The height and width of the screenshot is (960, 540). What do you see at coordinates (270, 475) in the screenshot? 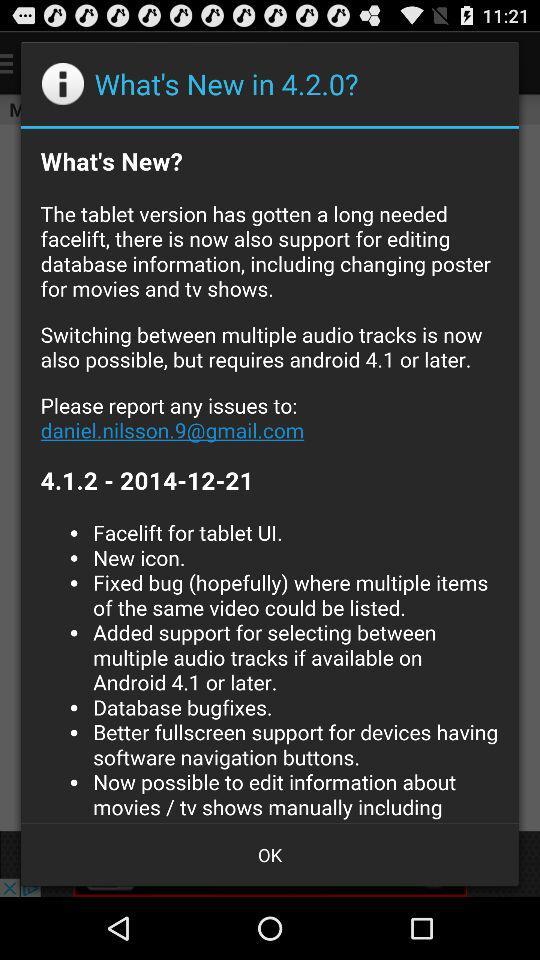
I see `files` at bounding box center [270, 475].